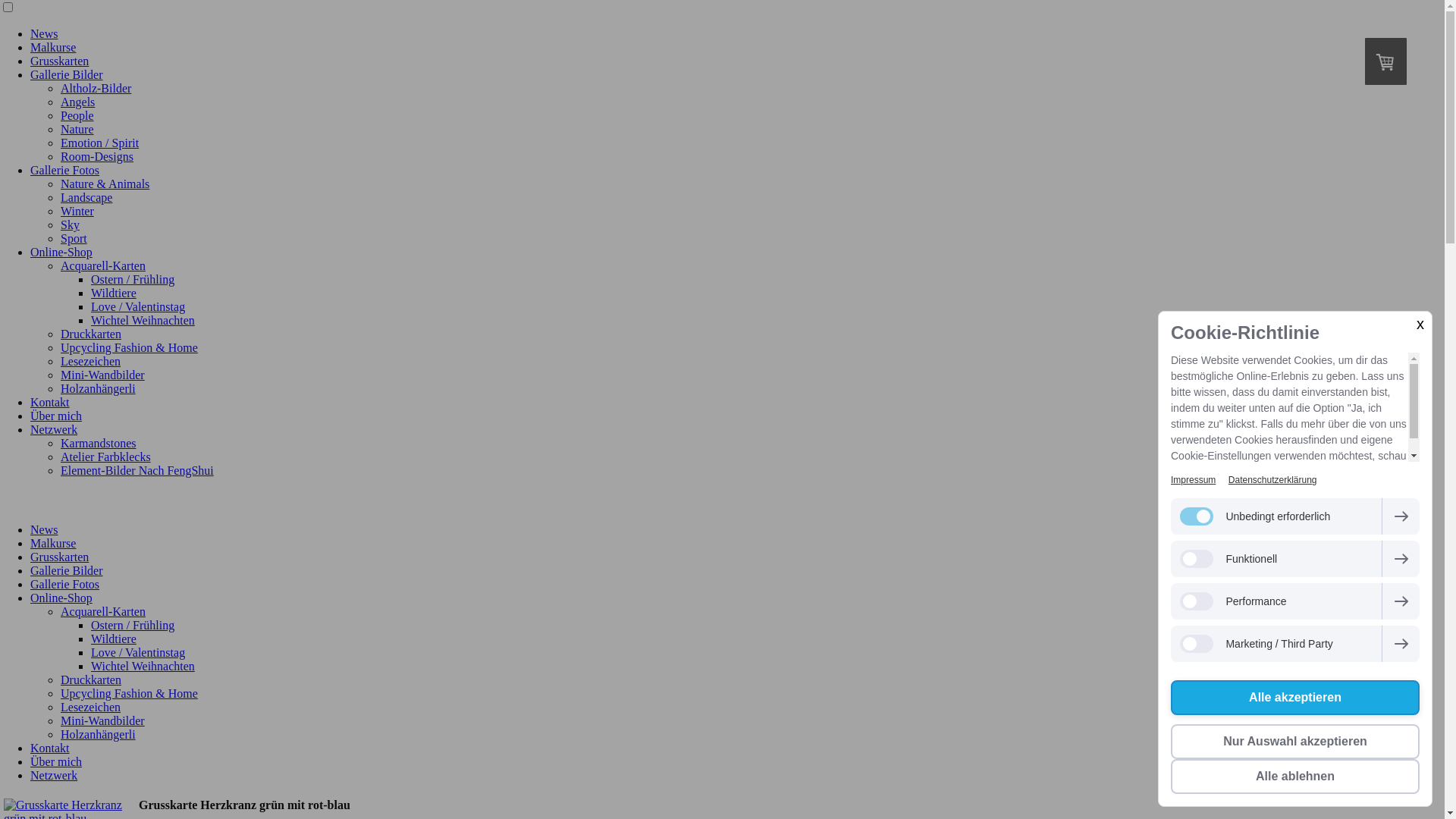 The image size is (1456, 819). What do you see at coordinates (76, 128) in the screenshot?
I see `'Nature'` at bounding box center [76, 128].